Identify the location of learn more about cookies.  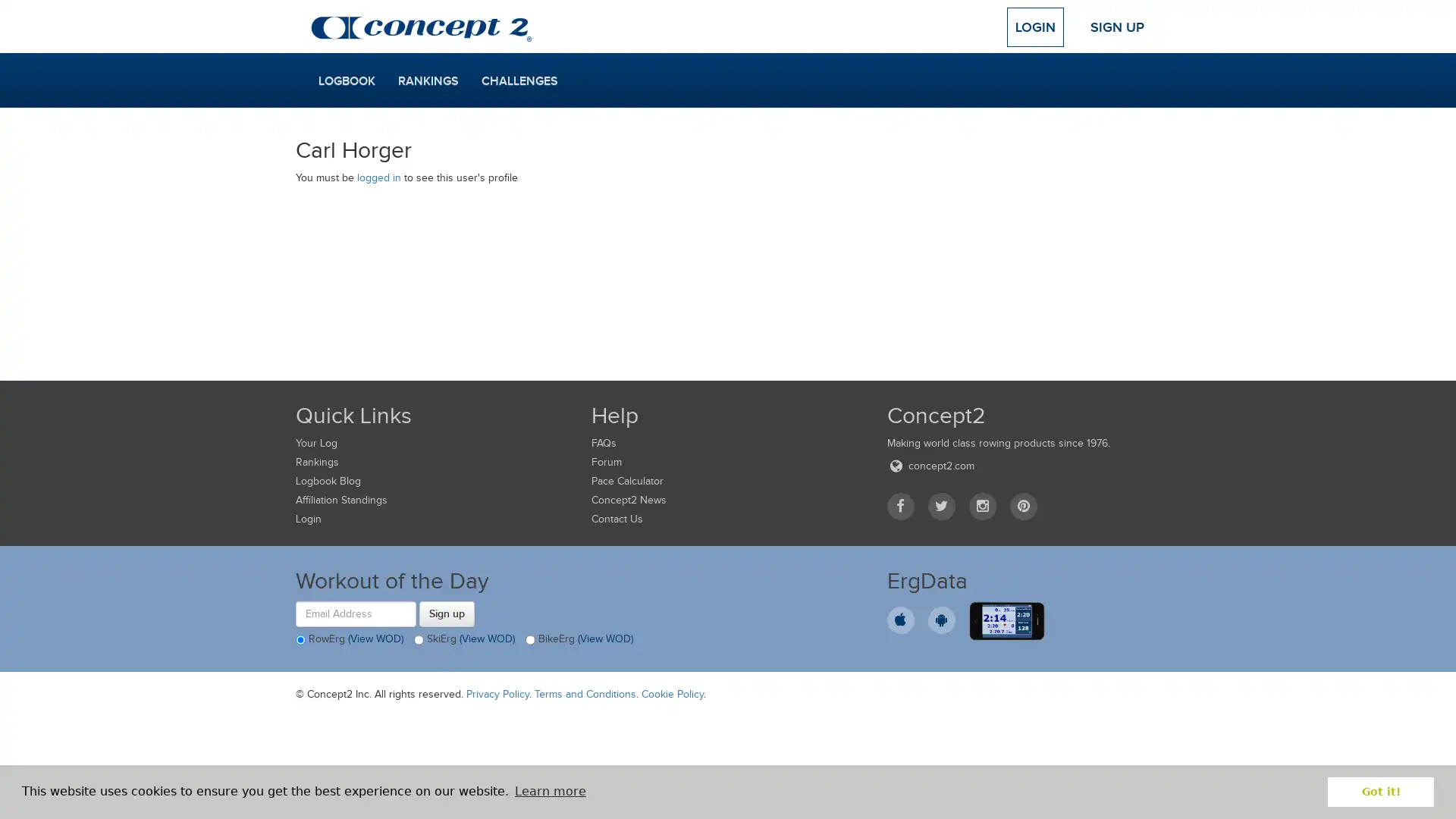
(549, 791).